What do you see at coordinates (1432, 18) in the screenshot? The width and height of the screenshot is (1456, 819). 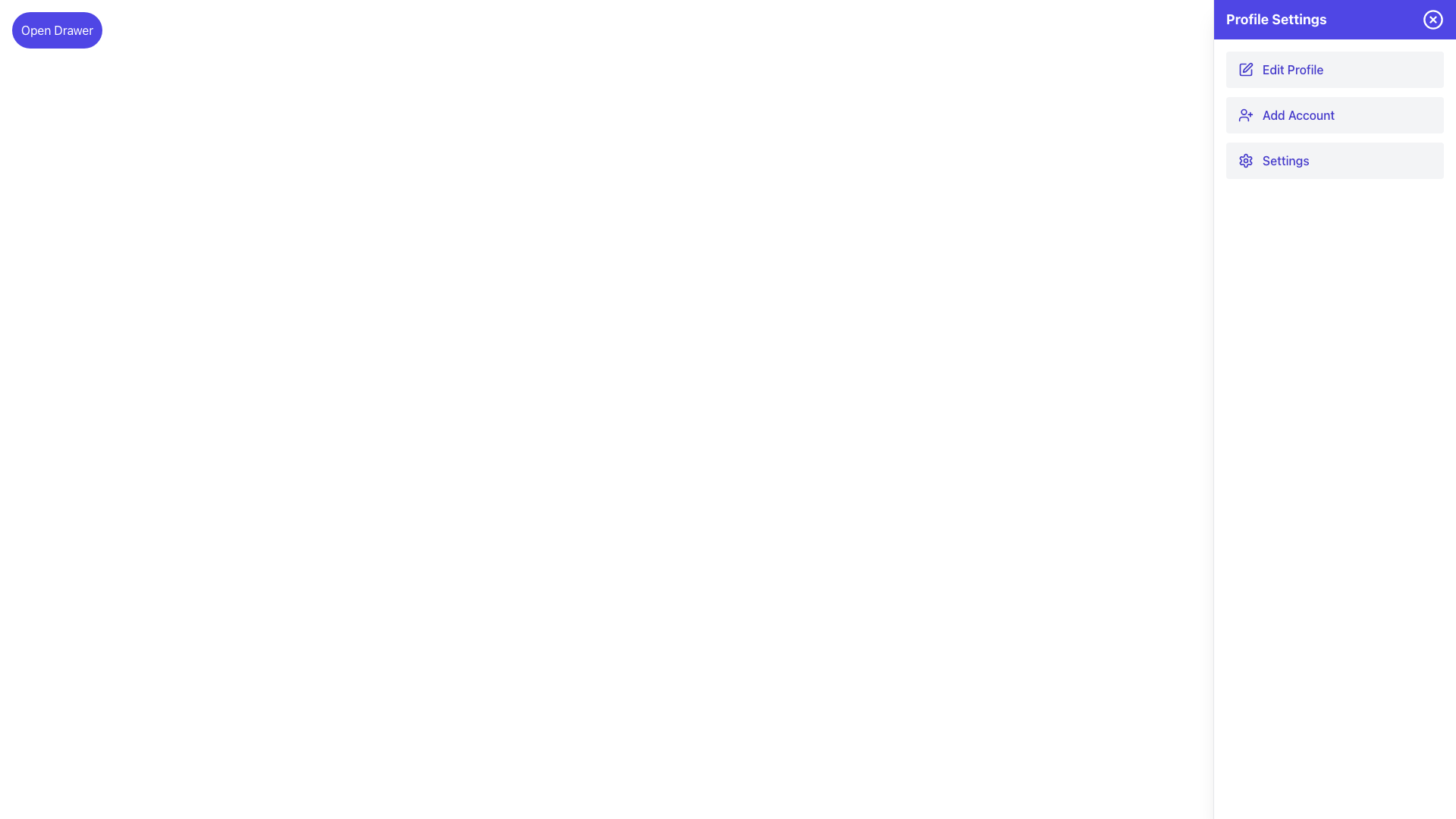 I see `the circular graphical component of the SVG icon located at the top-right corner of the Profile Settings panel` at bounding box center [1432, 18].